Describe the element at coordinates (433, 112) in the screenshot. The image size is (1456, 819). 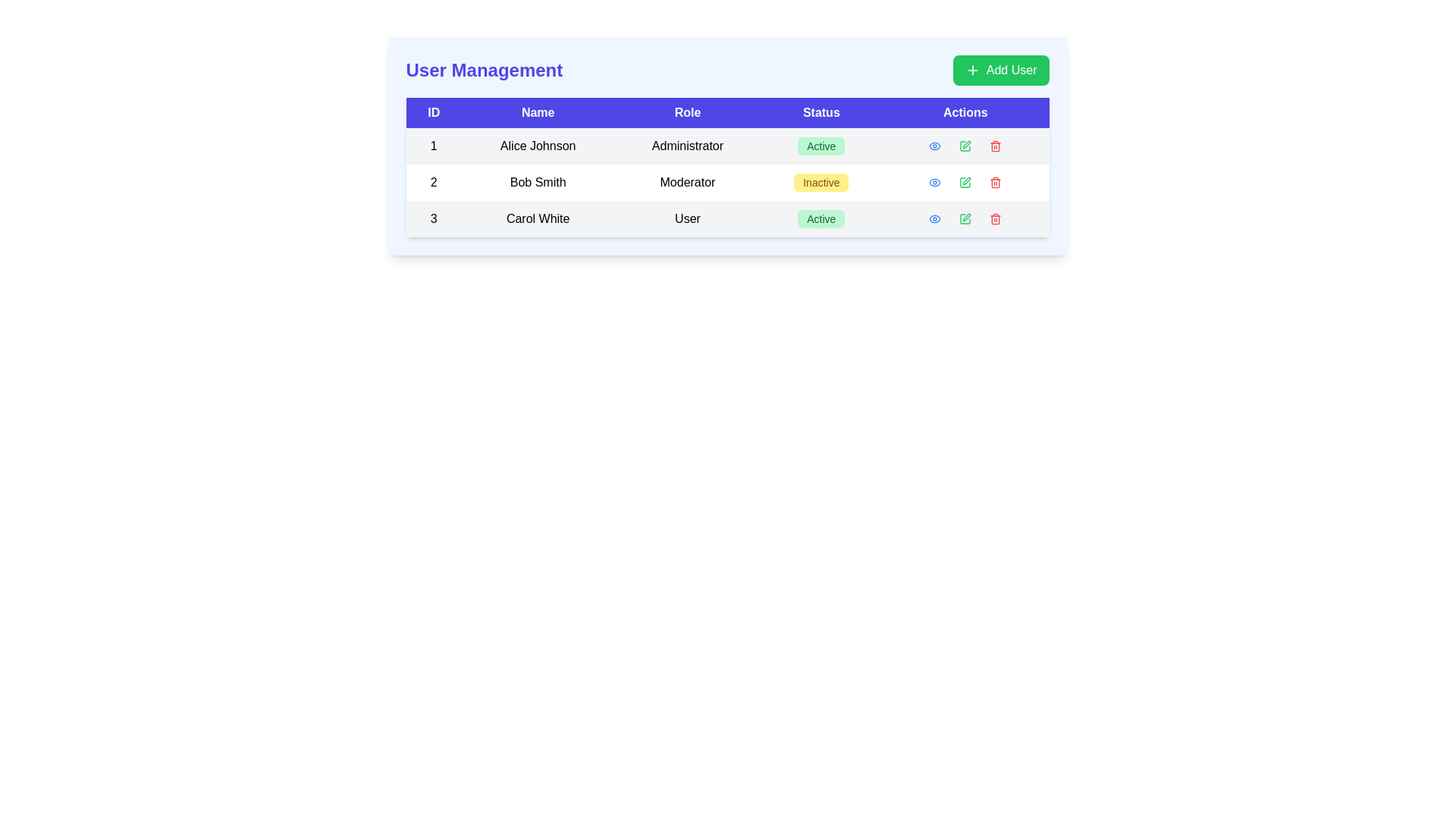
I see `the 'ID' label in the table header, which is displayed in bold white font on a blue background and is the leftmost element in the header row` at that location.